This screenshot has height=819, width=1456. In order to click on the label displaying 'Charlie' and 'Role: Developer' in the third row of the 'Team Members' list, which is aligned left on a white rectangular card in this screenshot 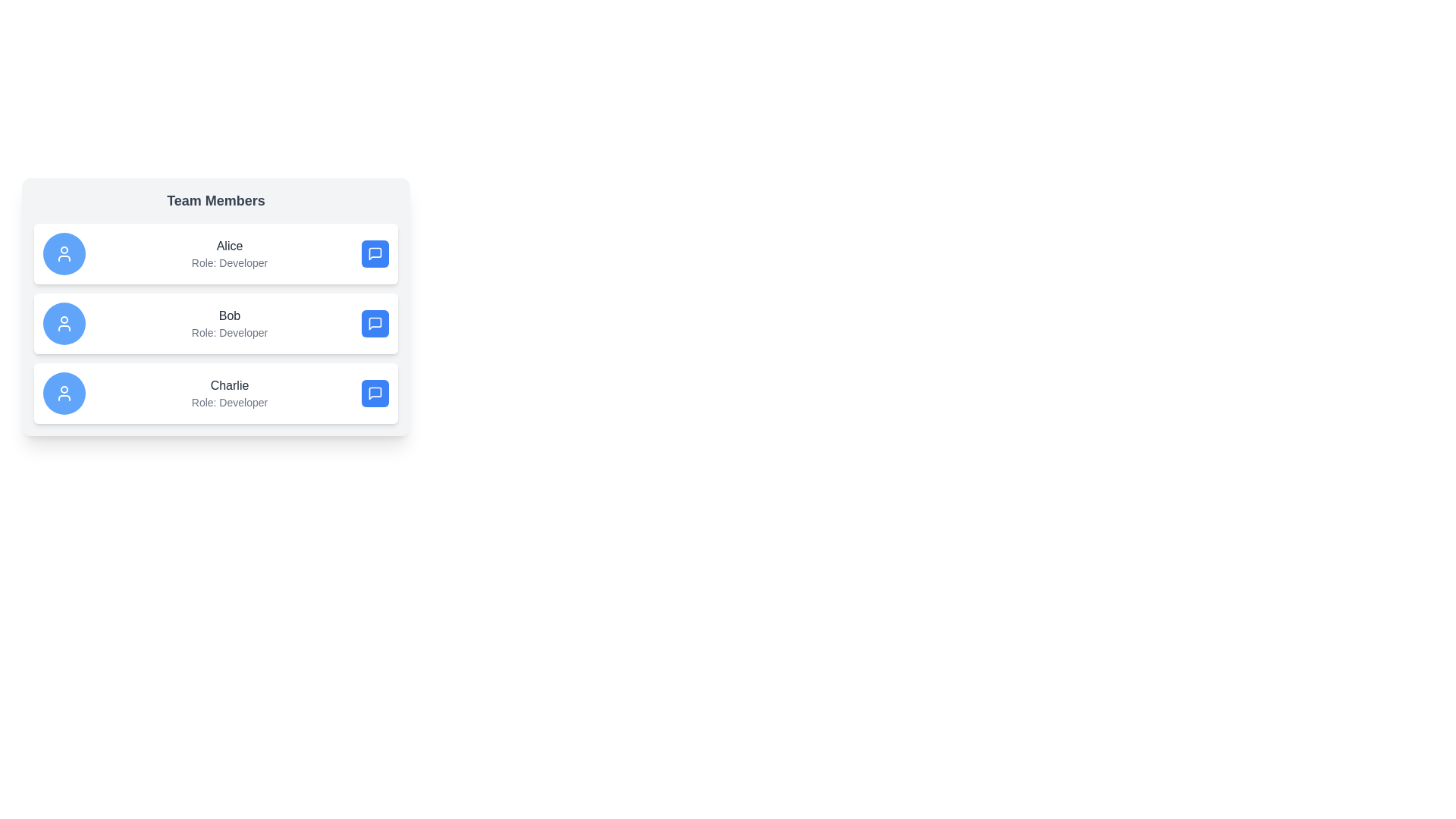, I will do `click(228, 393)`.